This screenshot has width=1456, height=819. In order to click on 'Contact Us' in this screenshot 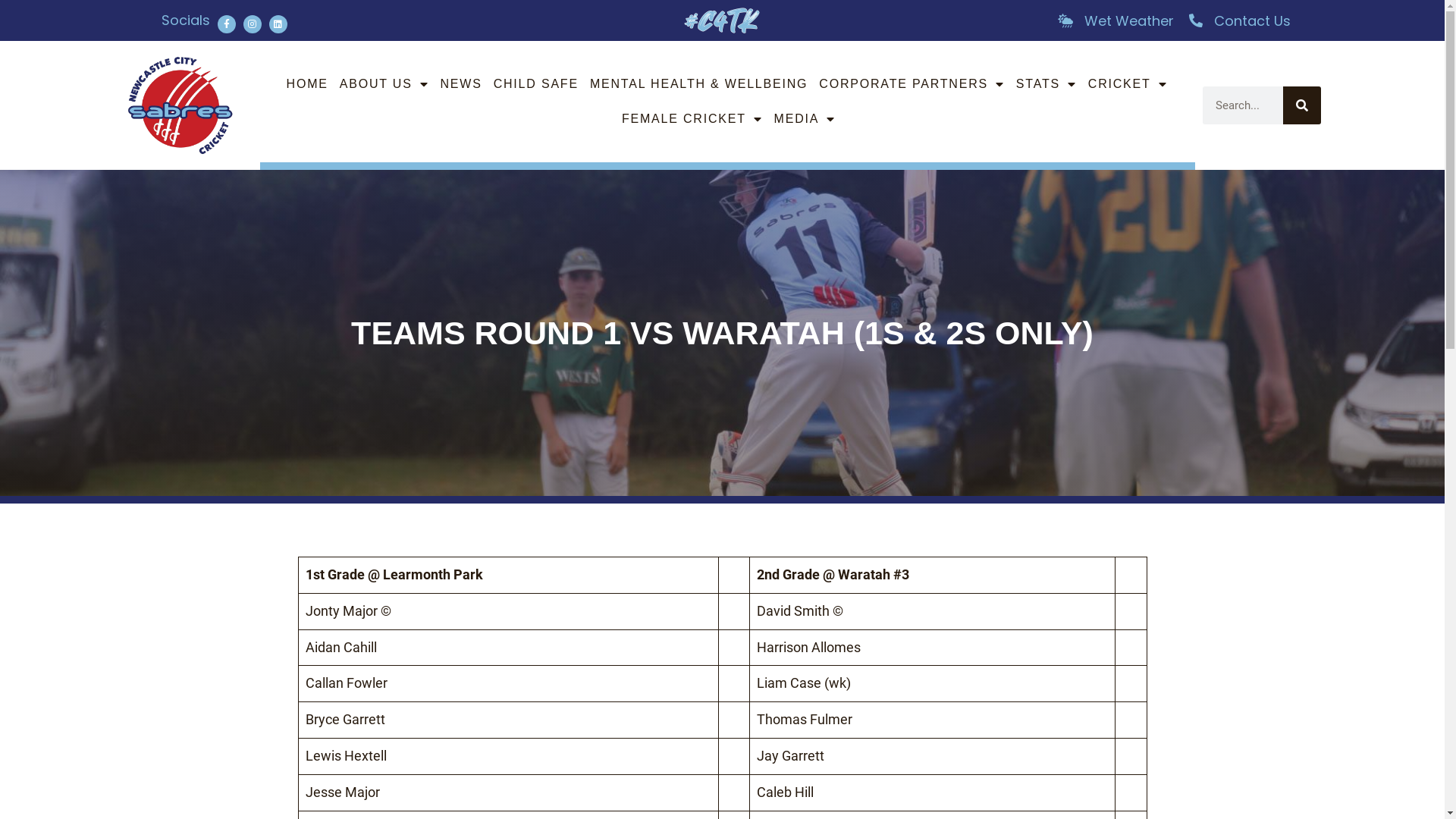, I will do `click(1238, 20)`.